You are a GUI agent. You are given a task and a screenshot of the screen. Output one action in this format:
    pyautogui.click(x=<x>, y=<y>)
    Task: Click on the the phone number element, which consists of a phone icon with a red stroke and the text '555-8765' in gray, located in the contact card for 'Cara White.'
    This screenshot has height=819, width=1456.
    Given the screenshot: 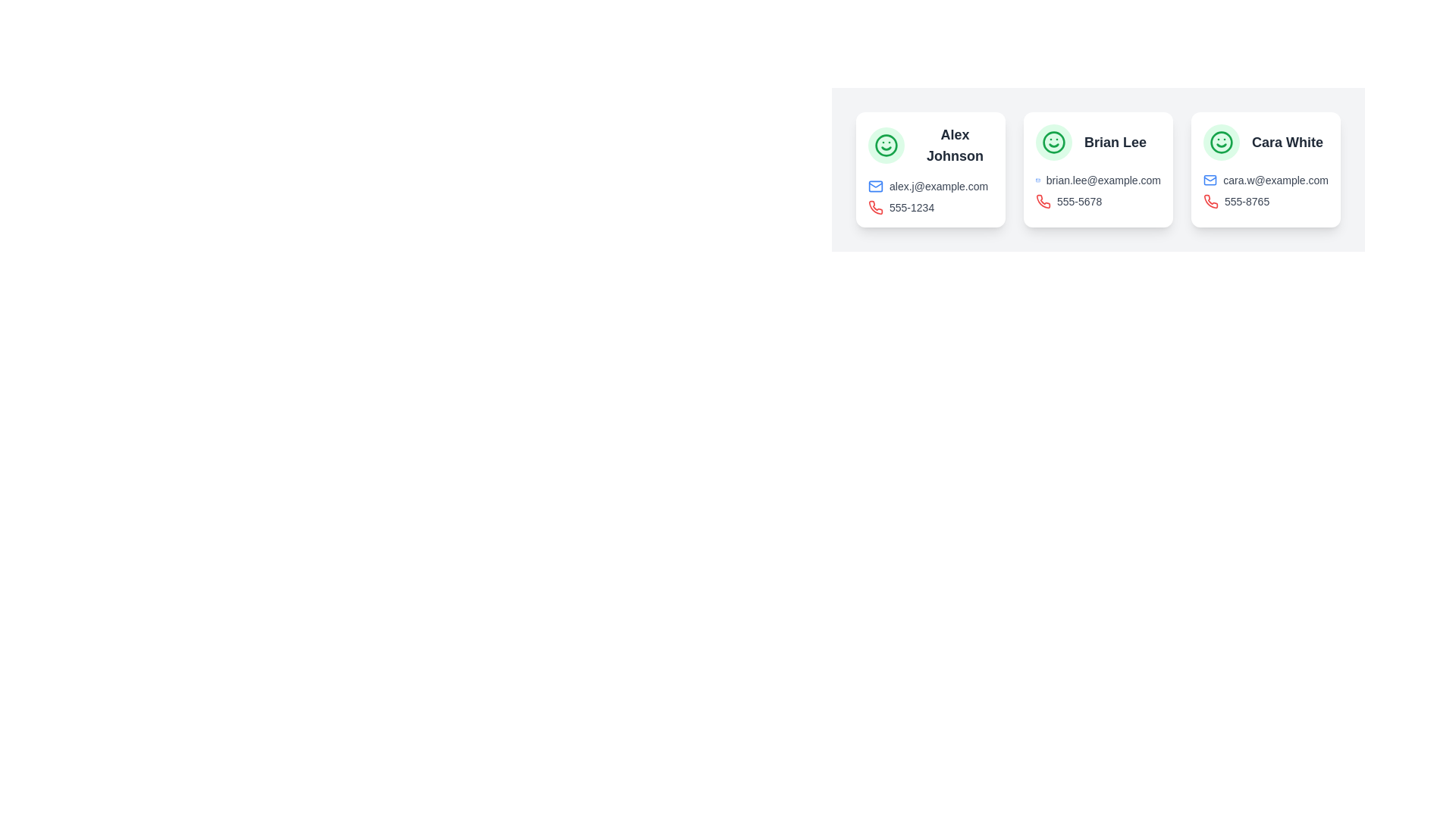 What is the action you would take?
    pyautogui.click(x=1266, y=201)
    